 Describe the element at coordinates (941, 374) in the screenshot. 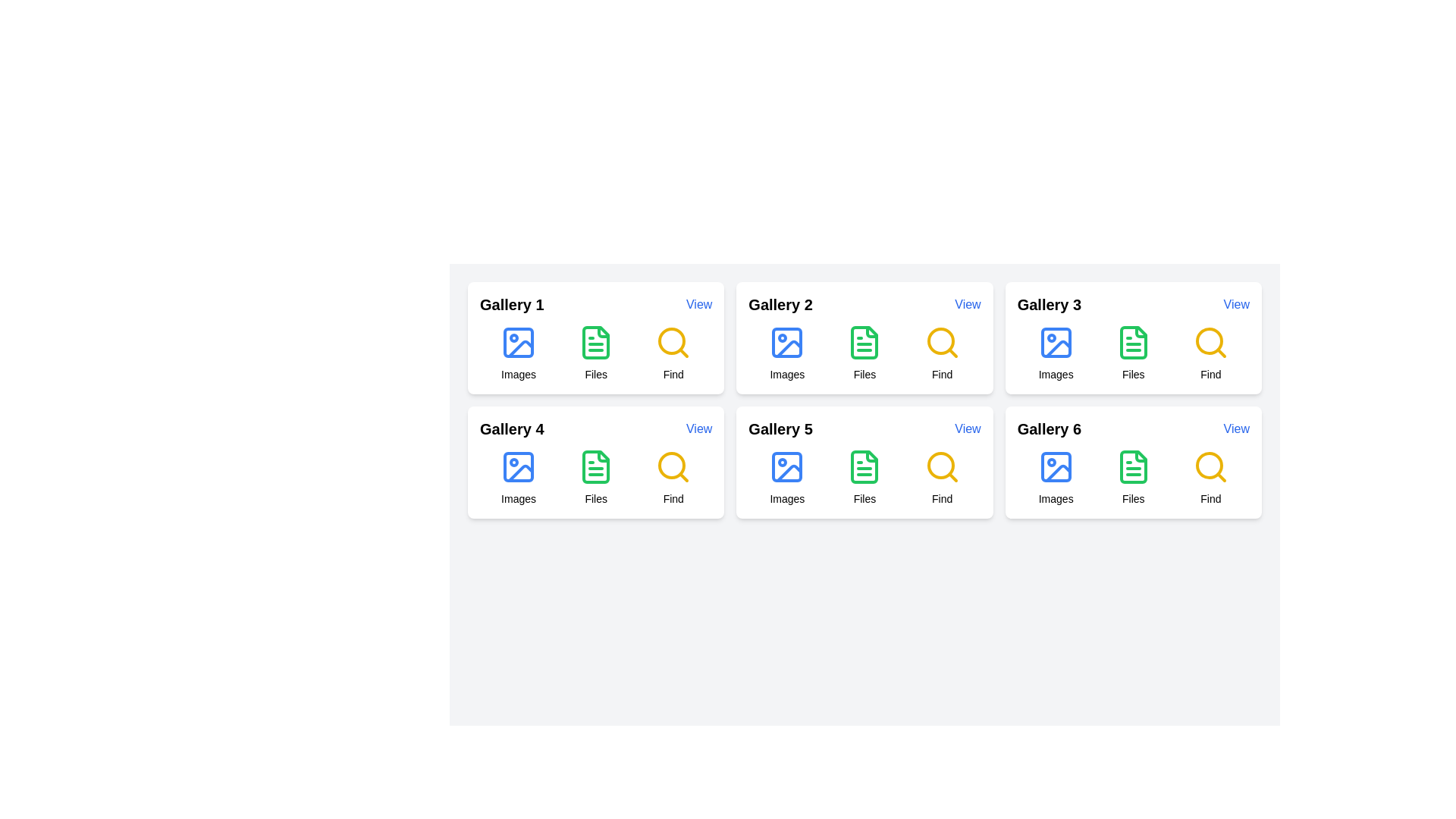

I see `the 'Find' text label located in the 'Gallery 2' card, which is positioned centrally below the circular magnifying glass icon` at that location.